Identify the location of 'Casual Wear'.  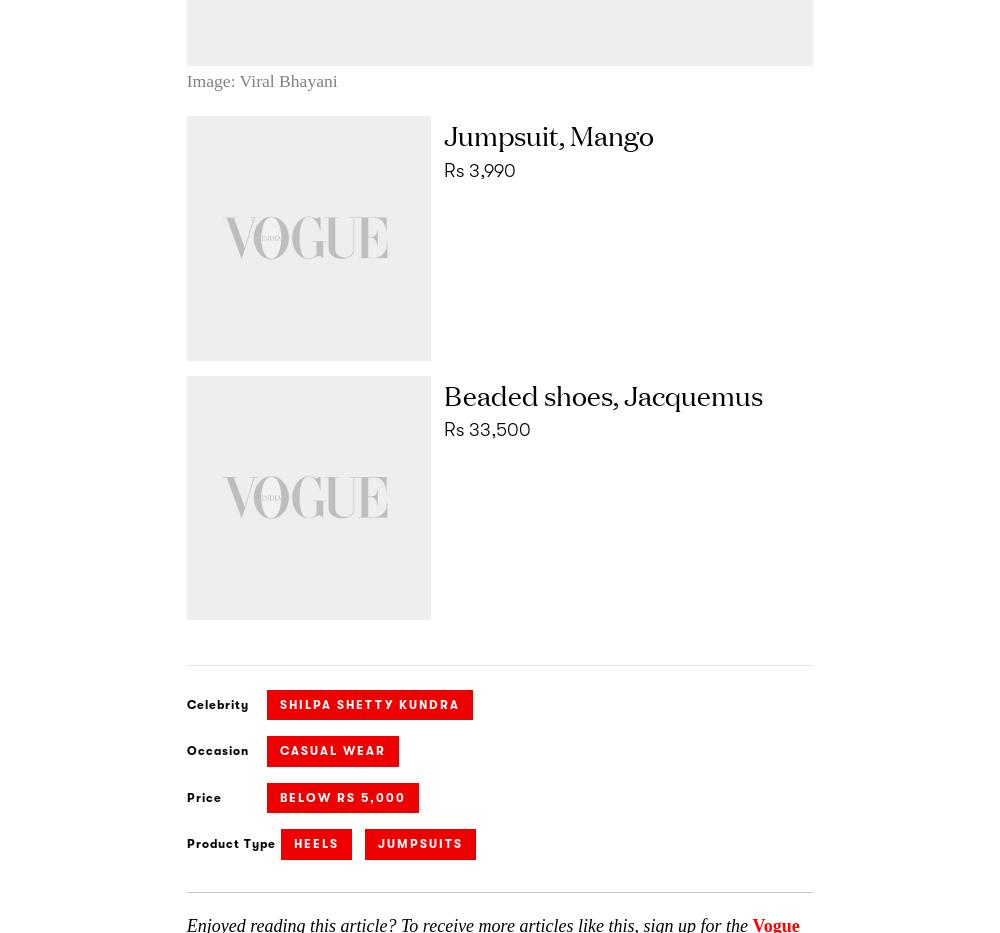
(331, 749).